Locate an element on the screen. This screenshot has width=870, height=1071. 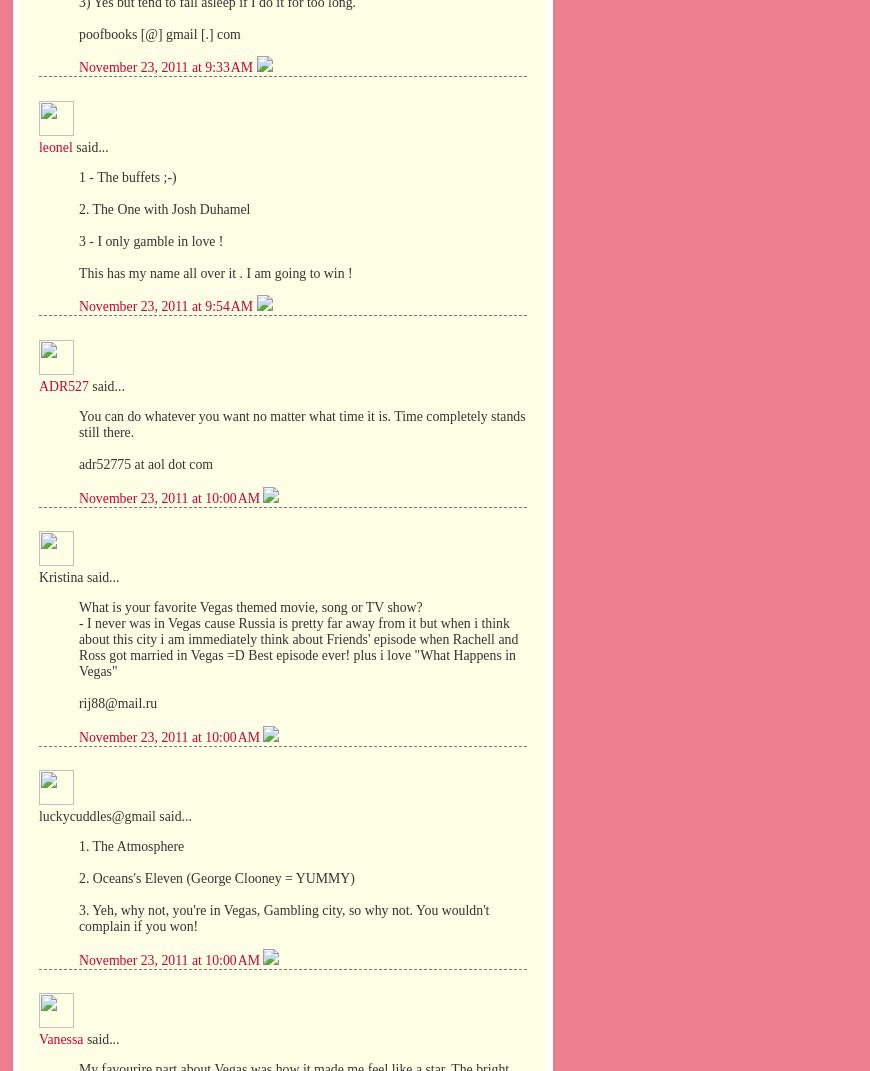
'November 23, 2011 at 9:33 AM' is located at coordinates (166, 66).